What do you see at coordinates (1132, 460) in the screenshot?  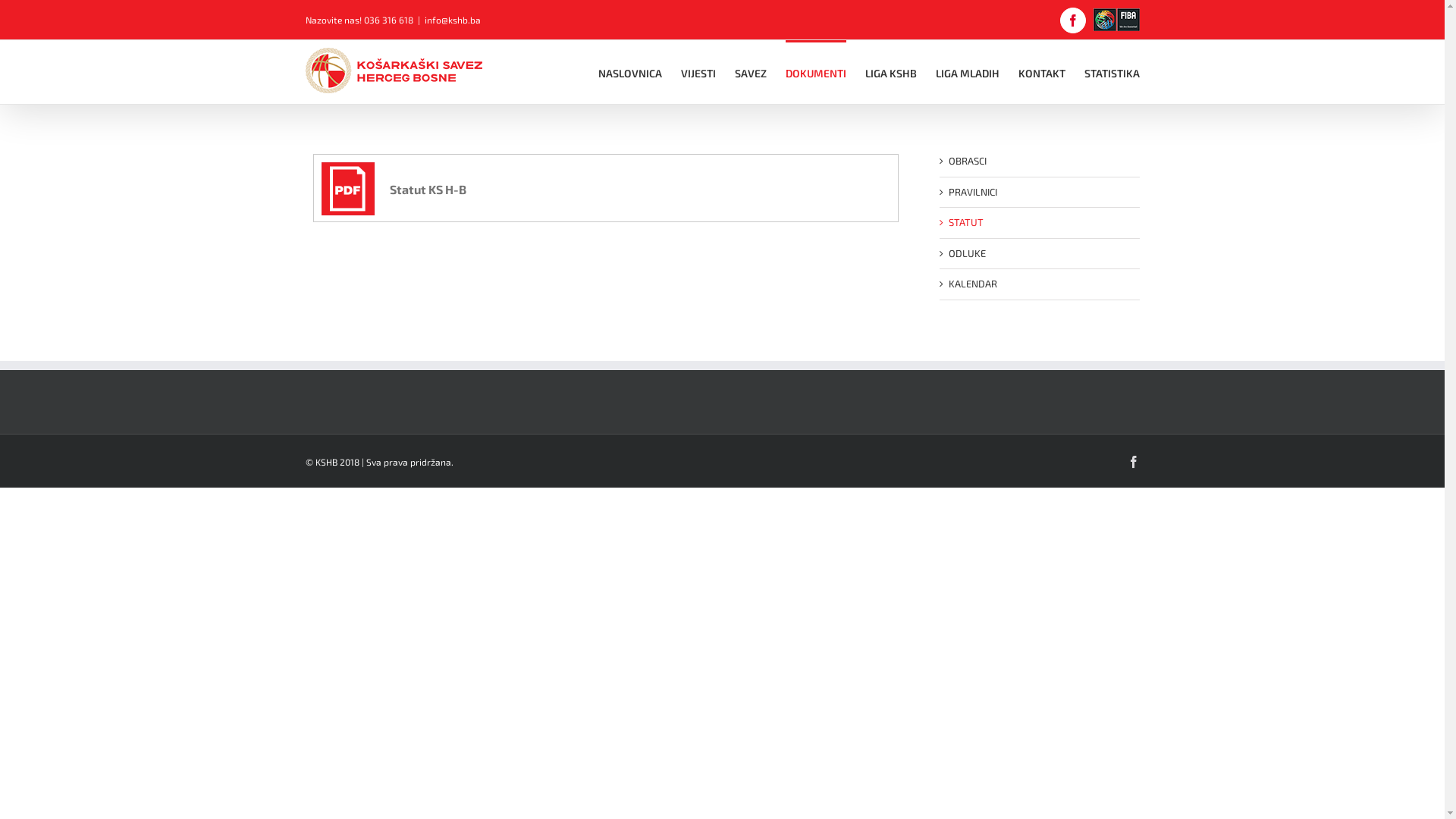 I see `'Facebook'` at bounding box center [1132, 460].